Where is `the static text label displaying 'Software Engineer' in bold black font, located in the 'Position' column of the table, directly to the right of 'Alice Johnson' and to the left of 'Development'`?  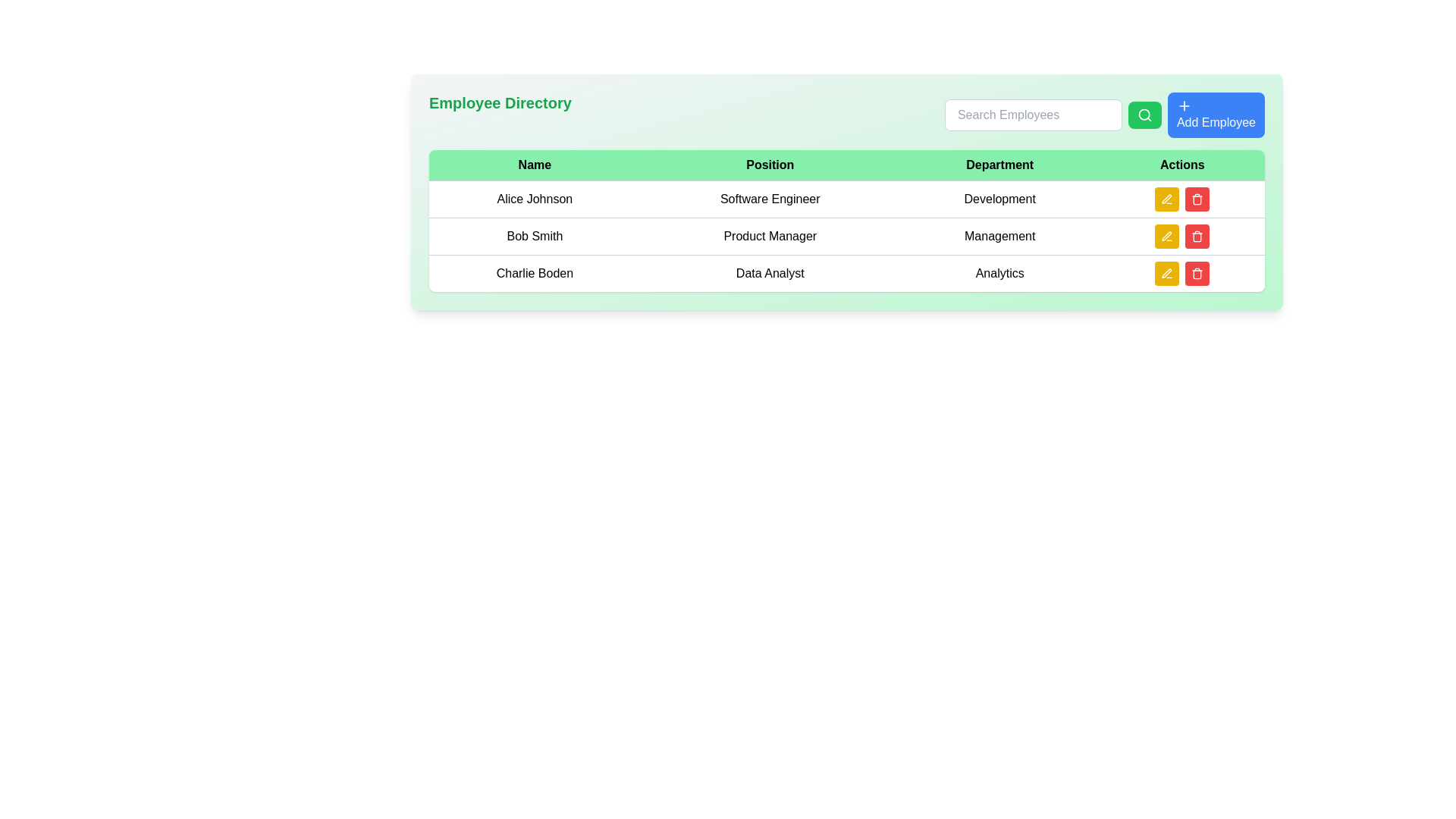
the static text label displaying 'Software Engineer' in bold black font, located in the 'Position' column of the table, directly to the right of 'Alice Johnson' and to the left of 'Development' is located at coordinates (770, 198).